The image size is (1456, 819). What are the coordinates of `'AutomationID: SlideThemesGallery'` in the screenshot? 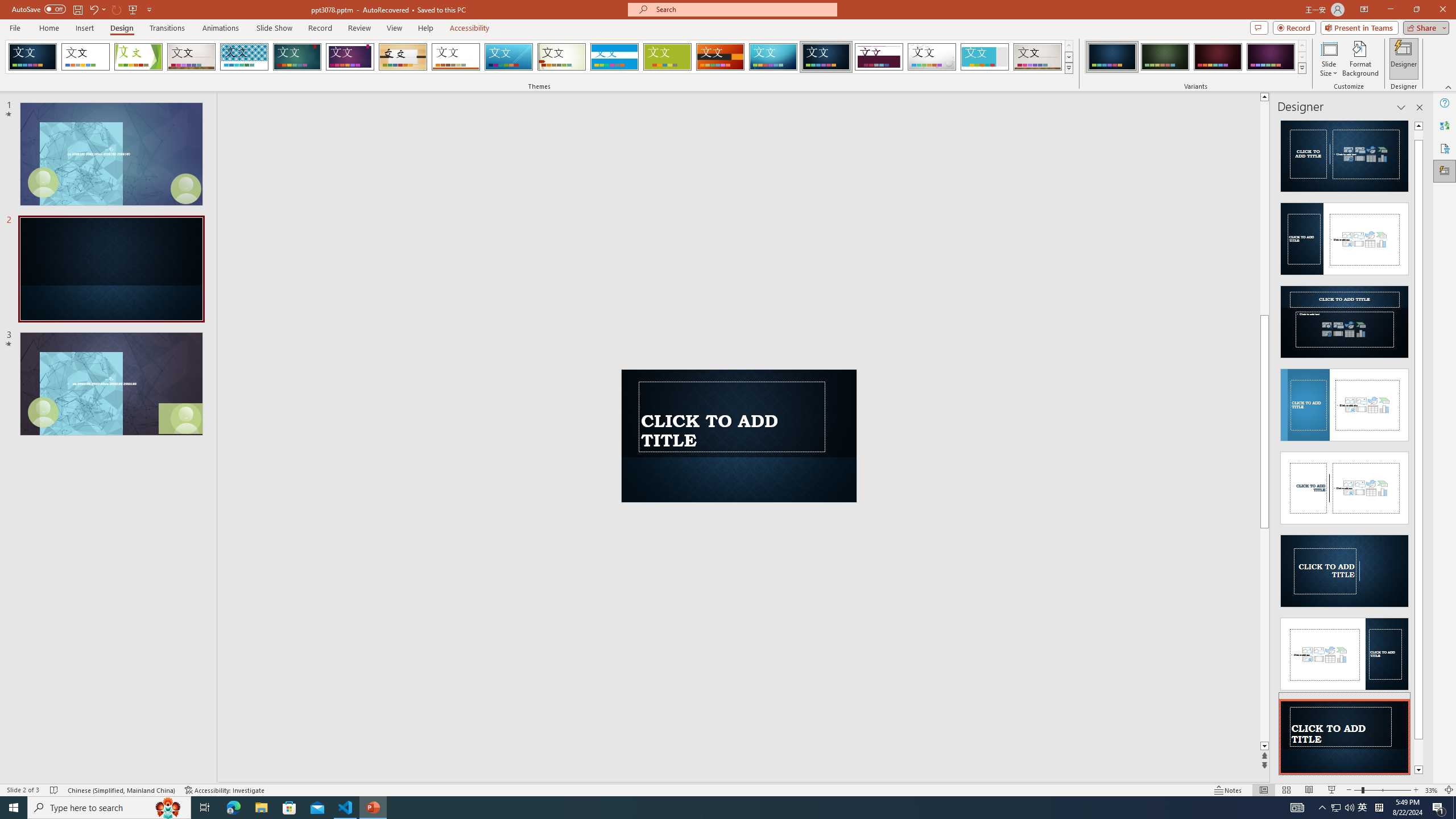 It's located at (539, 56).